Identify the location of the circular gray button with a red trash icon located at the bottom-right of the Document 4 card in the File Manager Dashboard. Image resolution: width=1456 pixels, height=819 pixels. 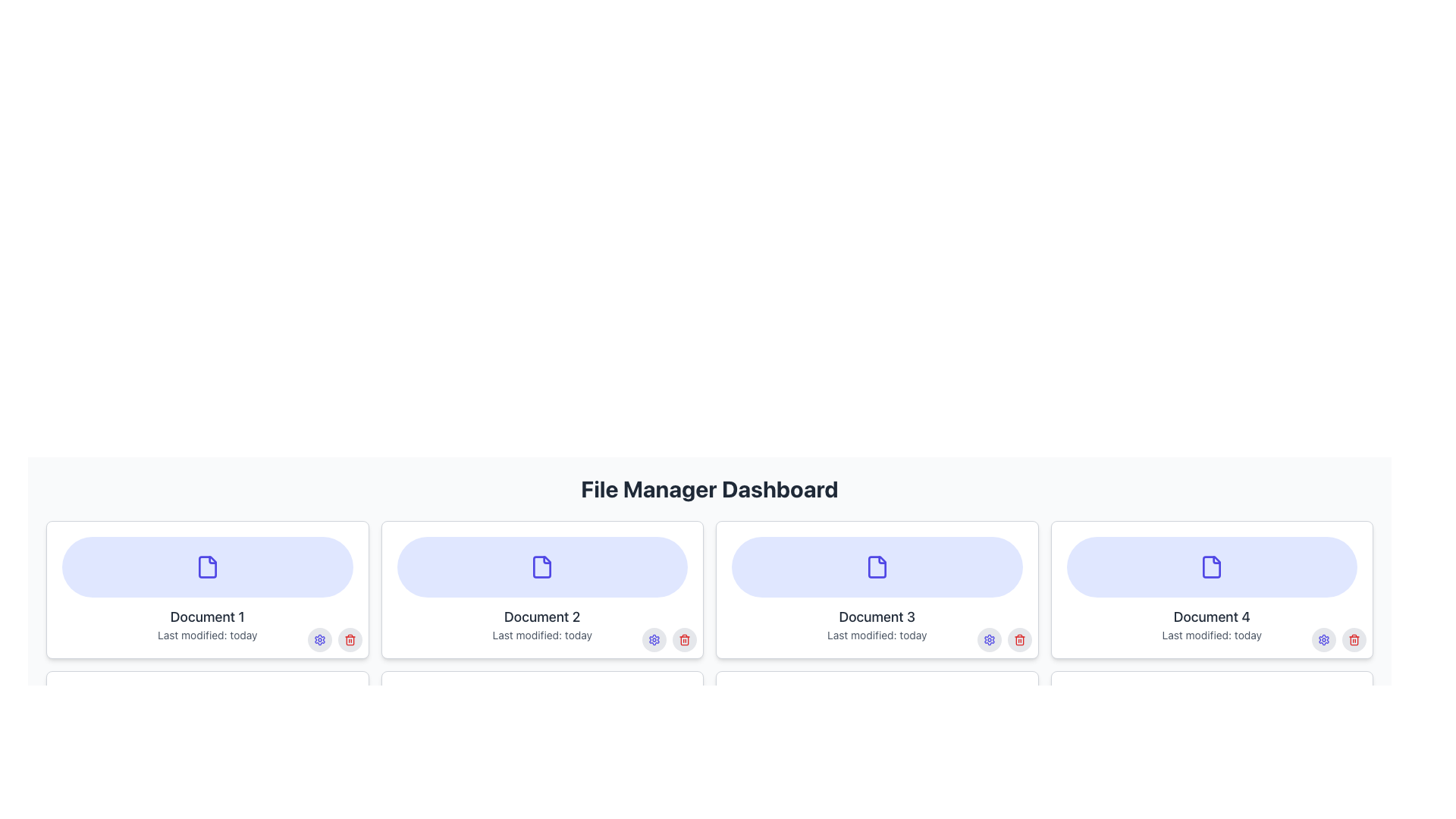
(1019, 789).